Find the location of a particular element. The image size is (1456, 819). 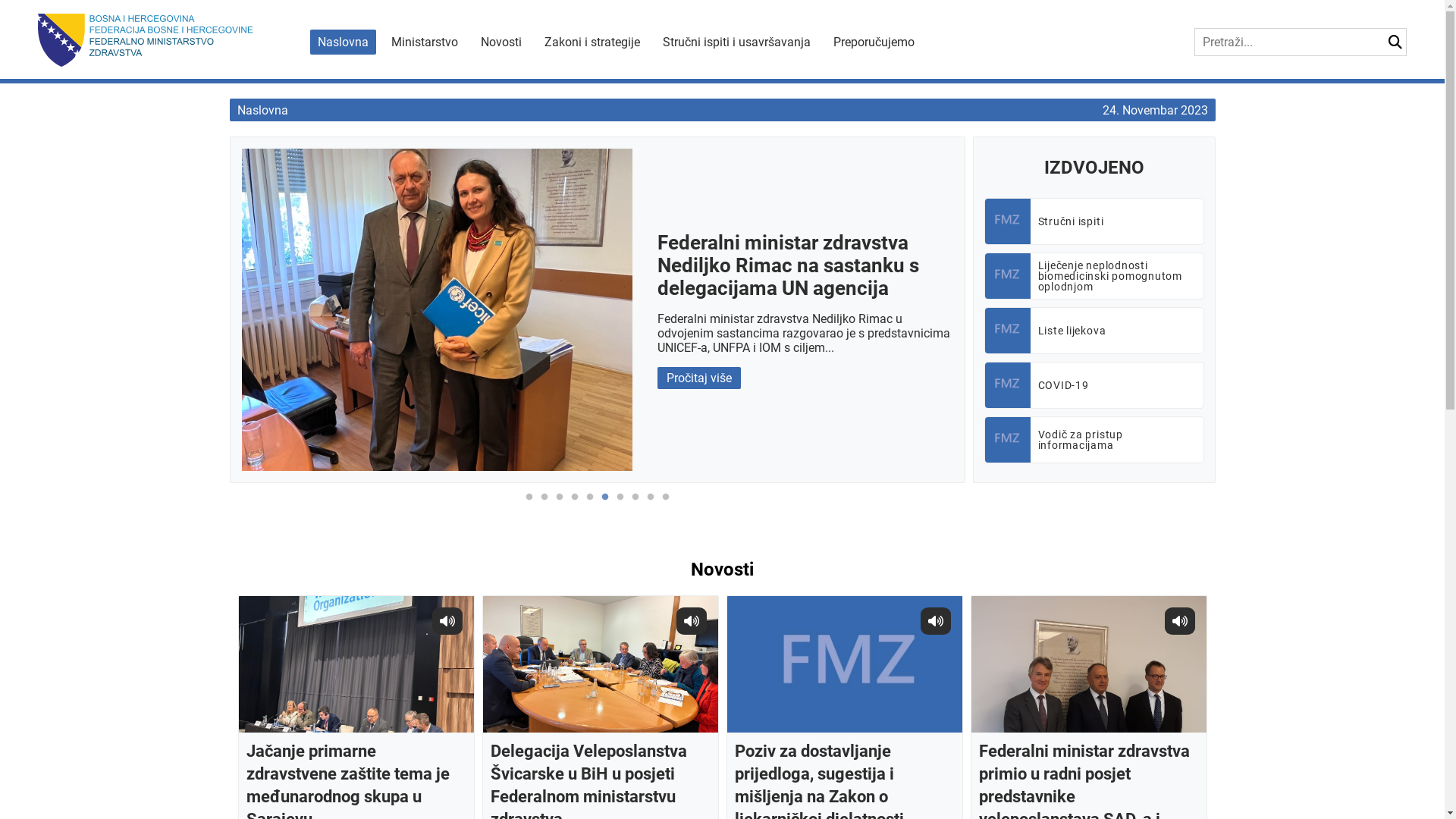

'Zakoni i strategije' is located at coordinates (591, 41).